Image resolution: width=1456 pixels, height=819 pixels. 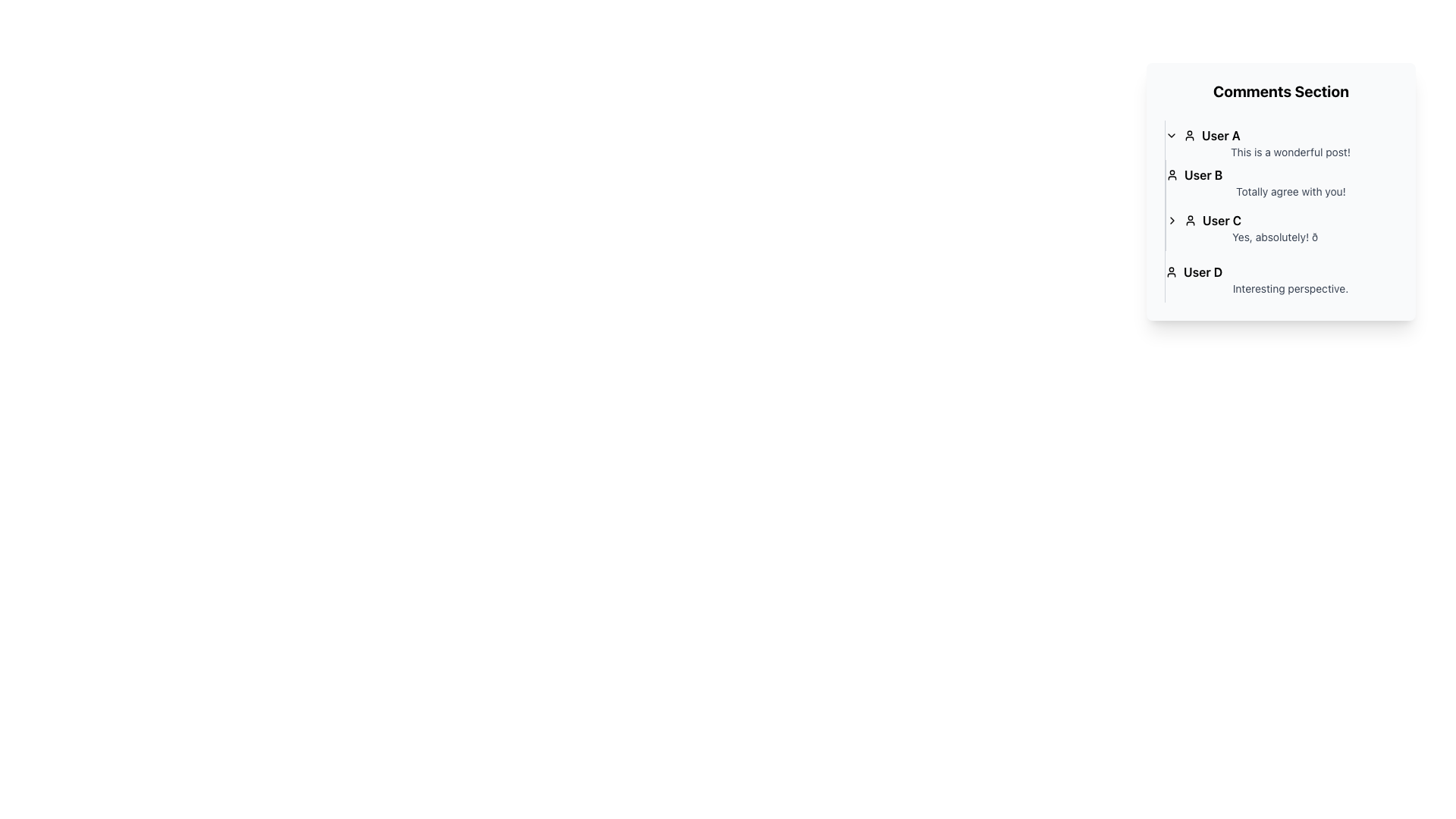 I want to click on the bold text label 'User A' located at the top of the comment section, so click(x=1220, y=134).